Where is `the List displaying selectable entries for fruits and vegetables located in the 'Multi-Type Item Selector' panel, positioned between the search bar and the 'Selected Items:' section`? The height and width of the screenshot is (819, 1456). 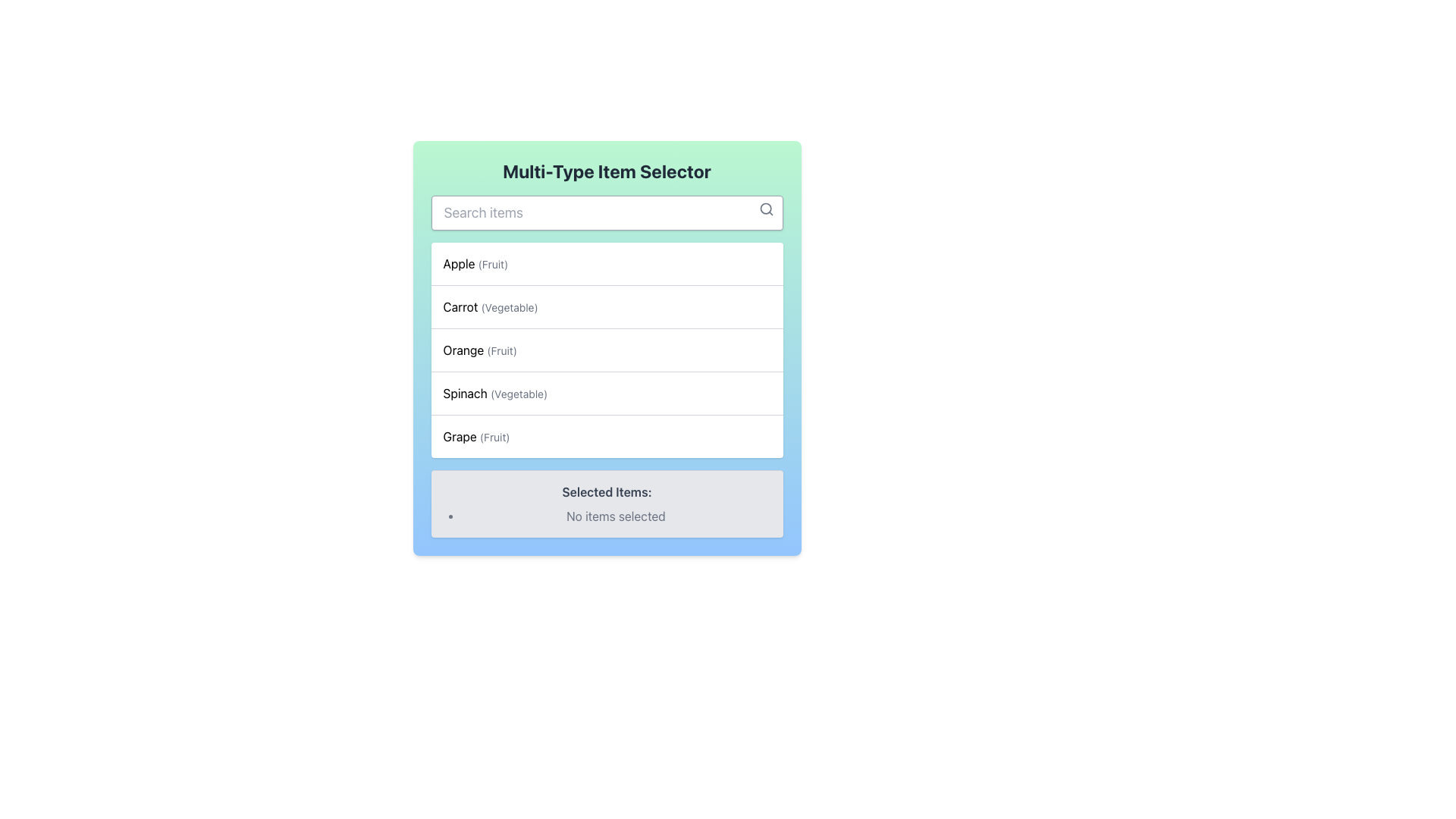
the List displaying selectable entries for fruits and vegetables located in the 'Multi-Type Item Selector' panel, positioned between the search bar and the 'Selected Items:' section is located at coordinates (607, 350).